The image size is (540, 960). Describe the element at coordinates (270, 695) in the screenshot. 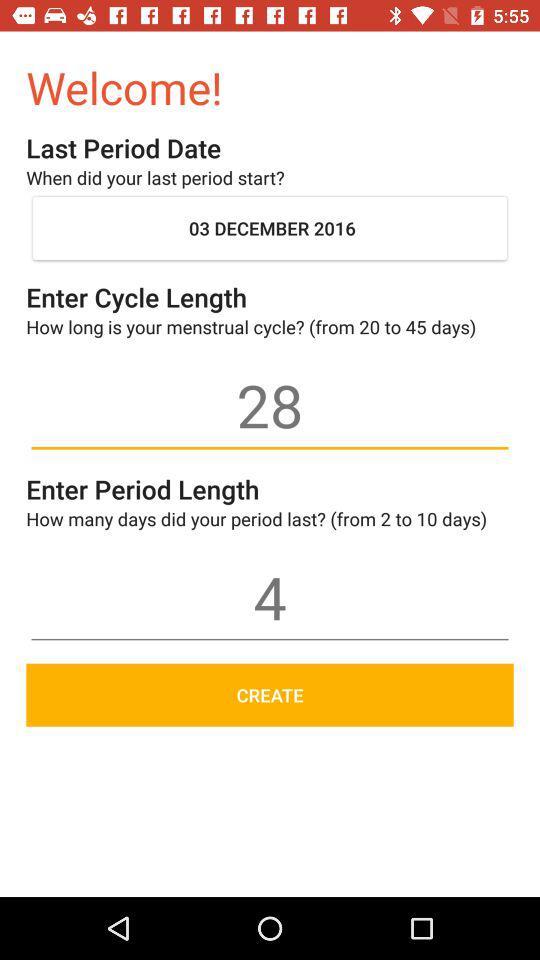

I see `the item below 4 item` at that location.